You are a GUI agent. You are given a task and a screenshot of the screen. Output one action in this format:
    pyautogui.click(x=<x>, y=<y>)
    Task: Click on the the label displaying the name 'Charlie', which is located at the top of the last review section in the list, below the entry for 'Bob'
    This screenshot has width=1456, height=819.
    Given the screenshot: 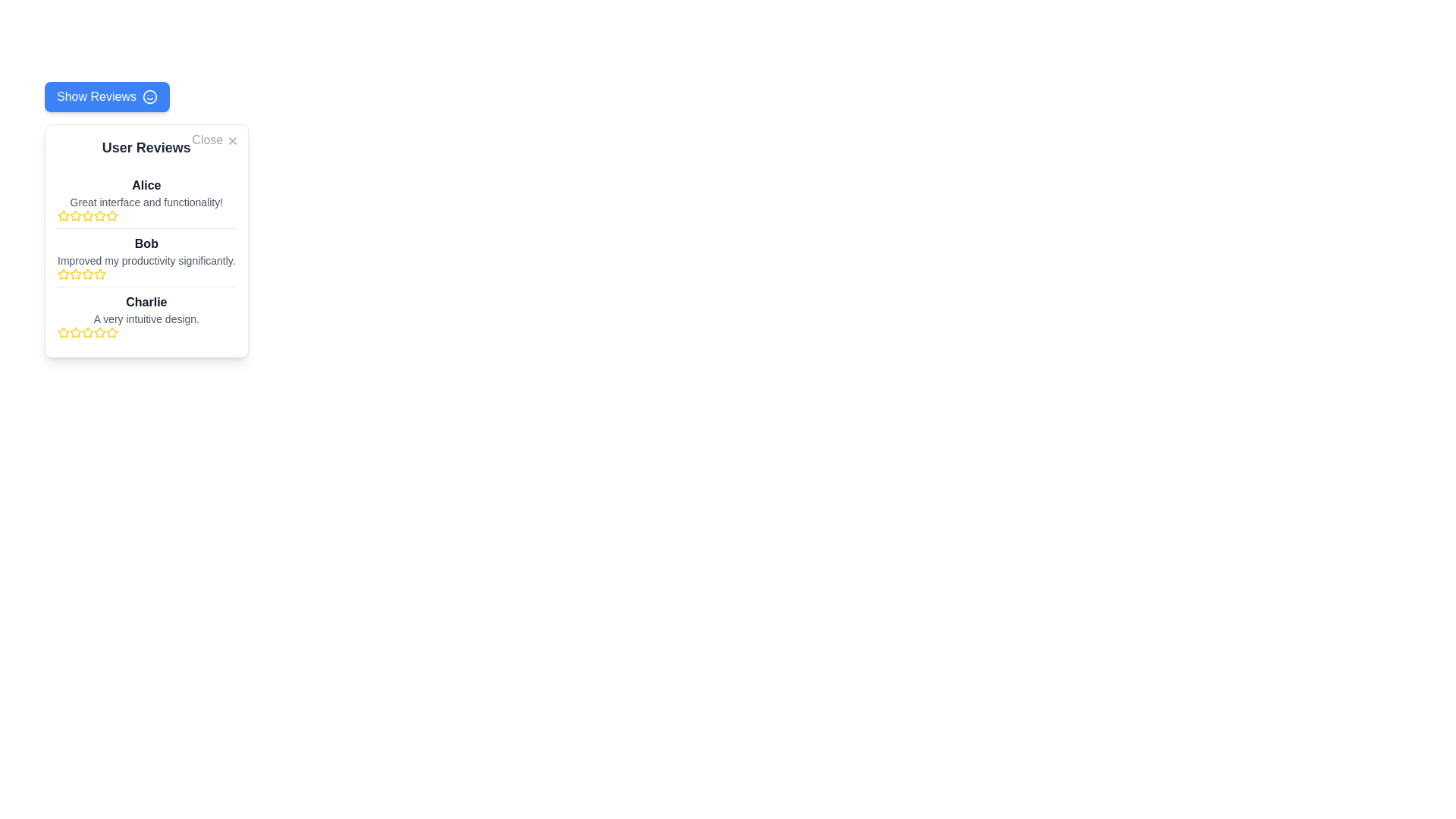 What is the action you would take?
    pyautogui.click(x=146, y=302)
    